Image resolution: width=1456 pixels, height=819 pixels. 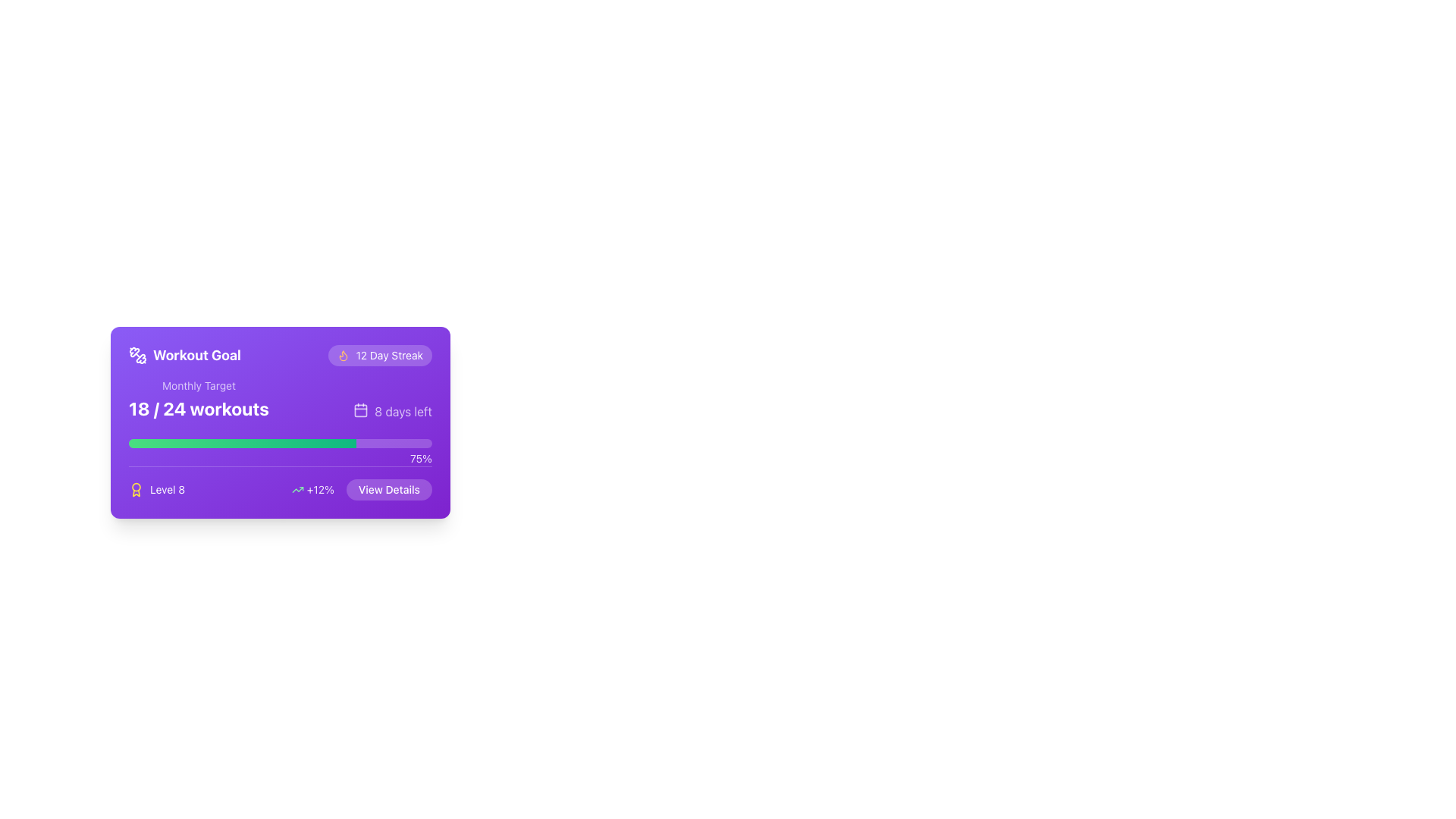 What do you see at coordinates (403, 412) in the screenshot?
I see `remaining time information displayed in the text label indicating '8 days', which is positioned to the top-right of a purple card layout` at bounding box center [403, 412].